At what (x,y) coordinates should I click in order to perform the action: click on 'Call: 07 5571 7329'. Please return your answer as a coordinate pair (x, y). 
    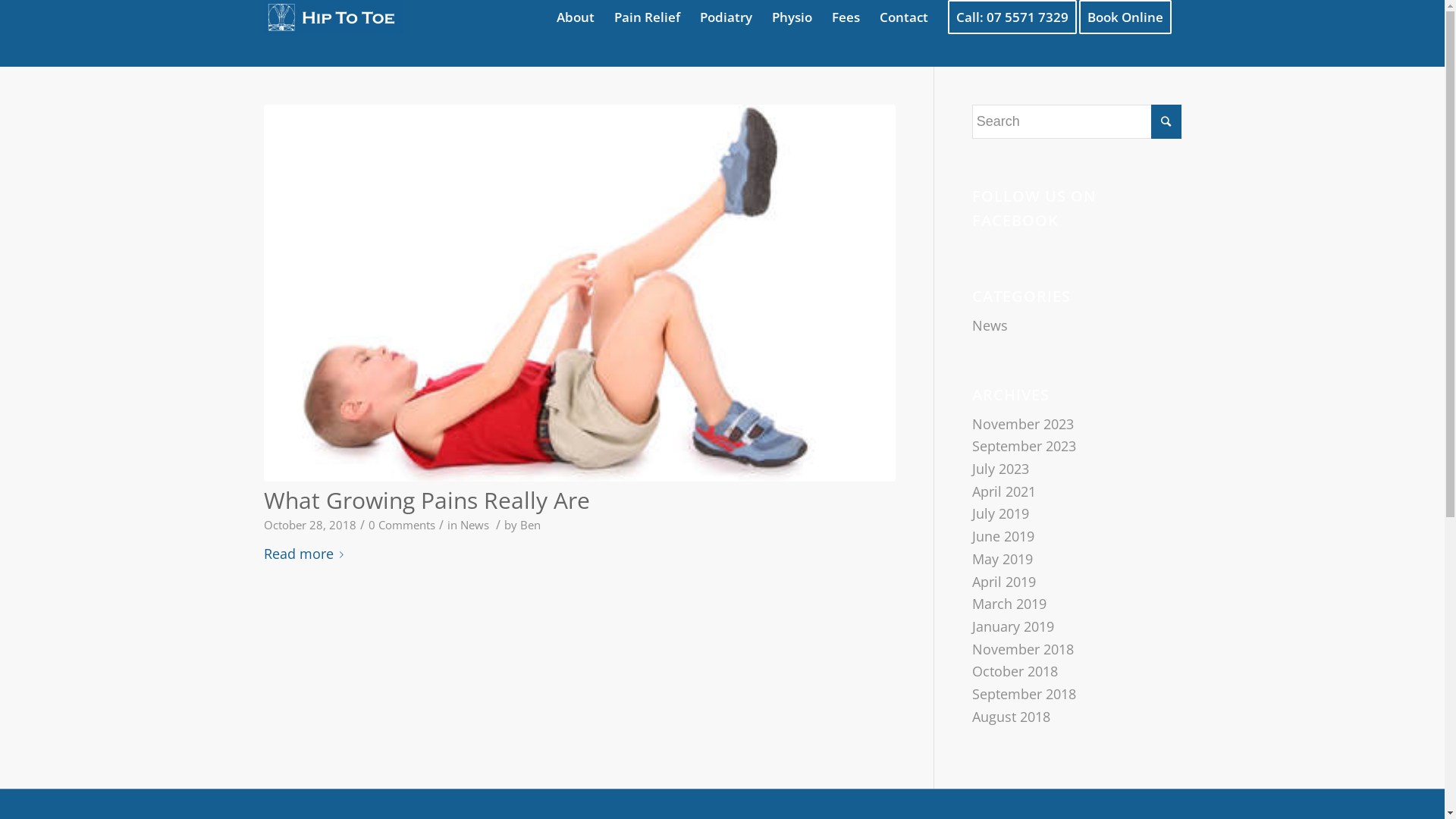
    Looking at the image, I should click on (1012, 17).